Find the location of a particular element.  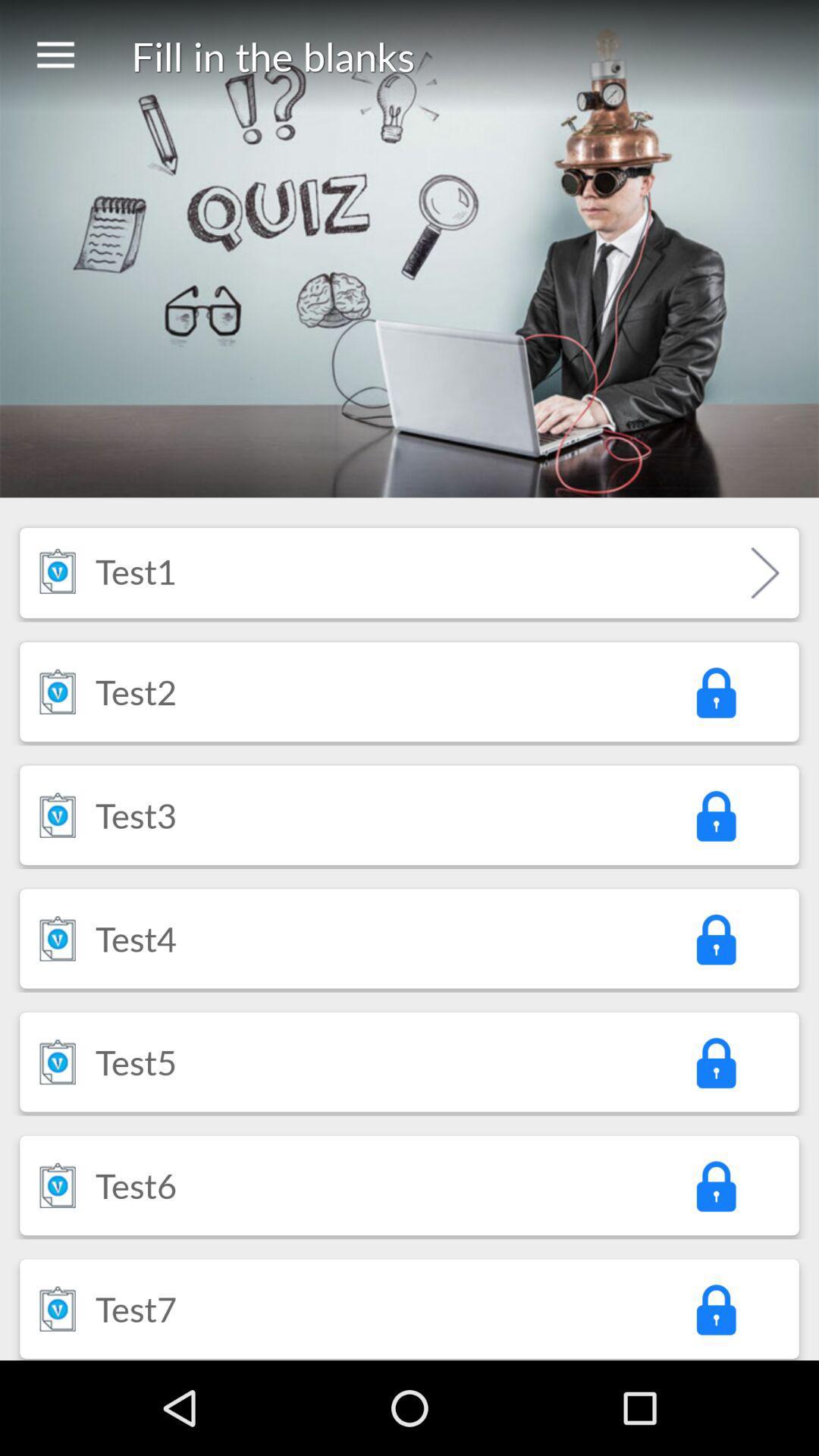

the icon to the right of test7 is located at coordinates (715, 1308).